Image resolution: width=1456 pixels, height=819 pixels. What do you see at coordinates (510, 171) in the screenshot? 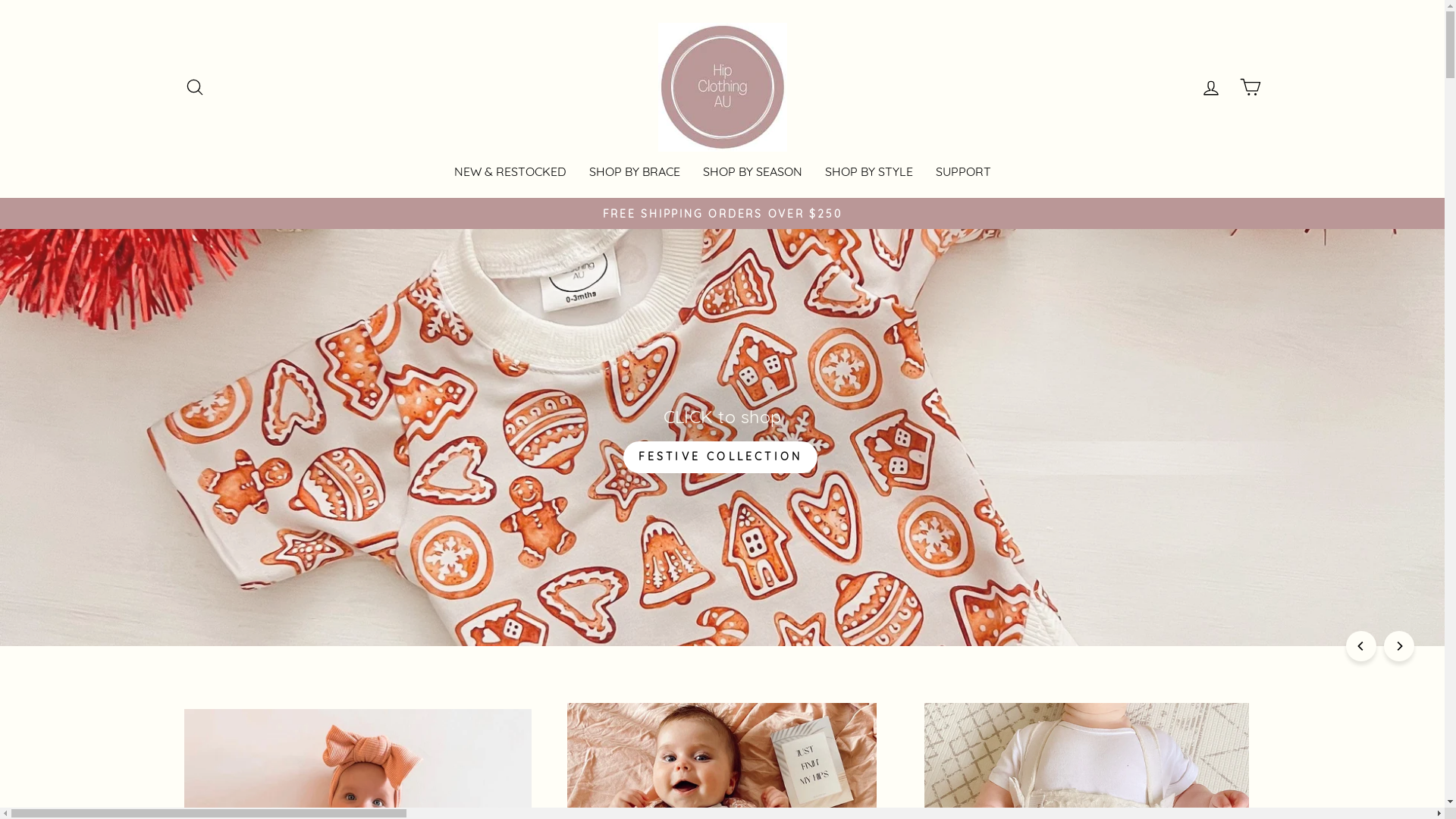
I see `'NEW & RESTOCKED'` at bounding box center [510, 171].